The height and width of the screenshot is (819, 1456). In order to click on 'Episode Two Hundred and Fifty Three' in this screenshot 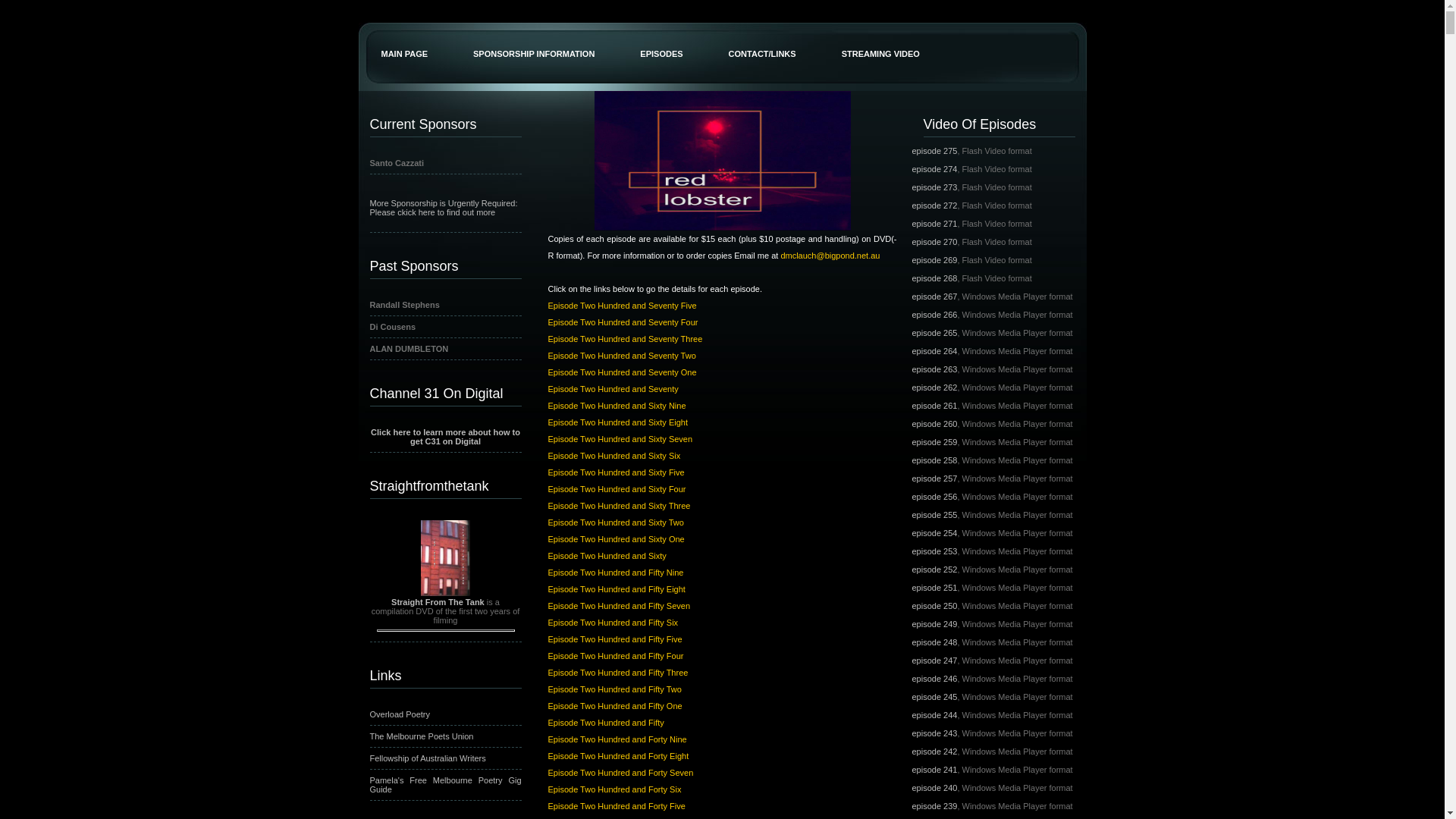, I will do `click(617, 672)`.